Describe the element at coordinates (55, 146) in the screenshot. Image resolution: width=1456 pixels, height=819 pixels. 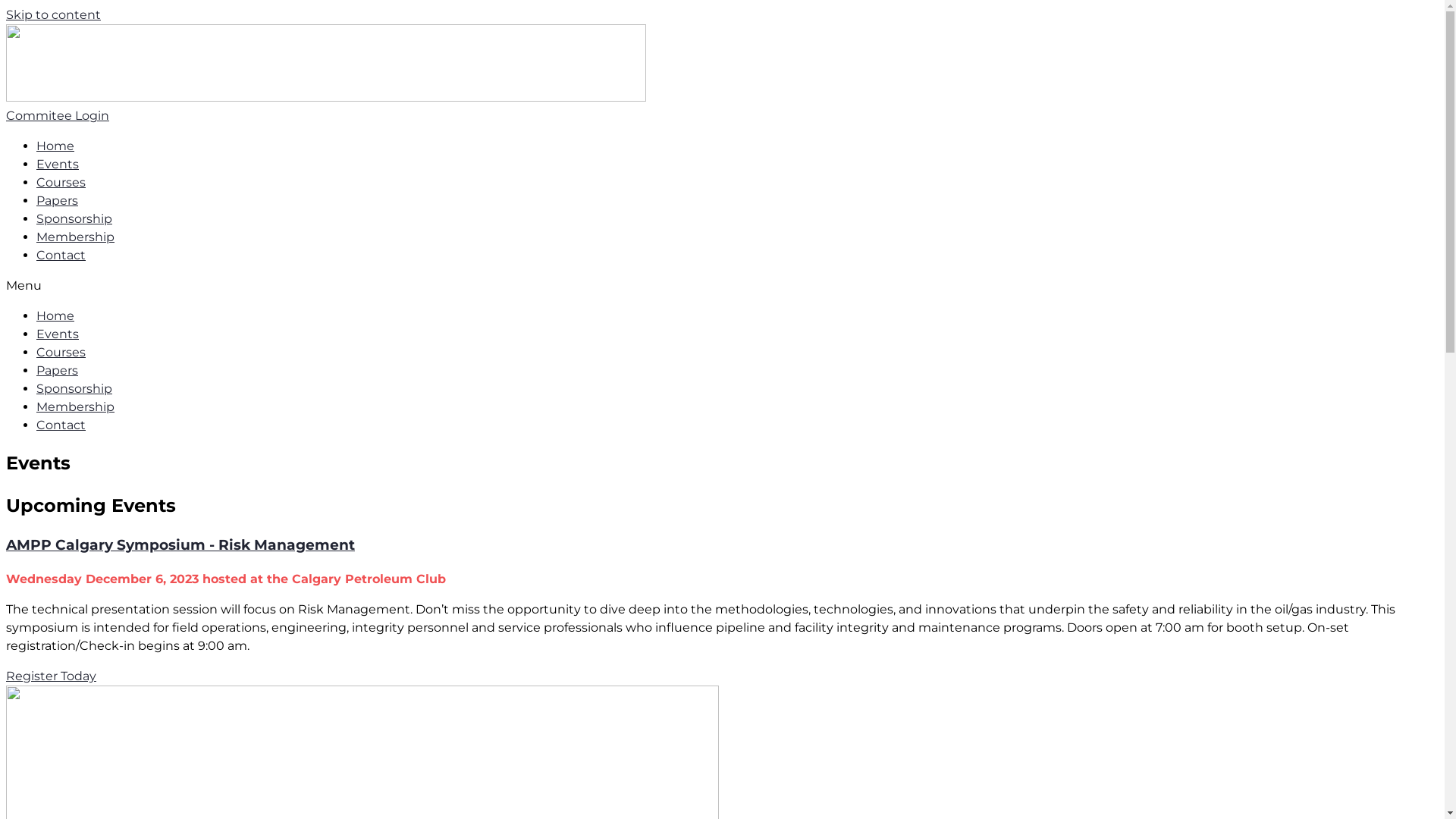
I see `'Home'` at that location.